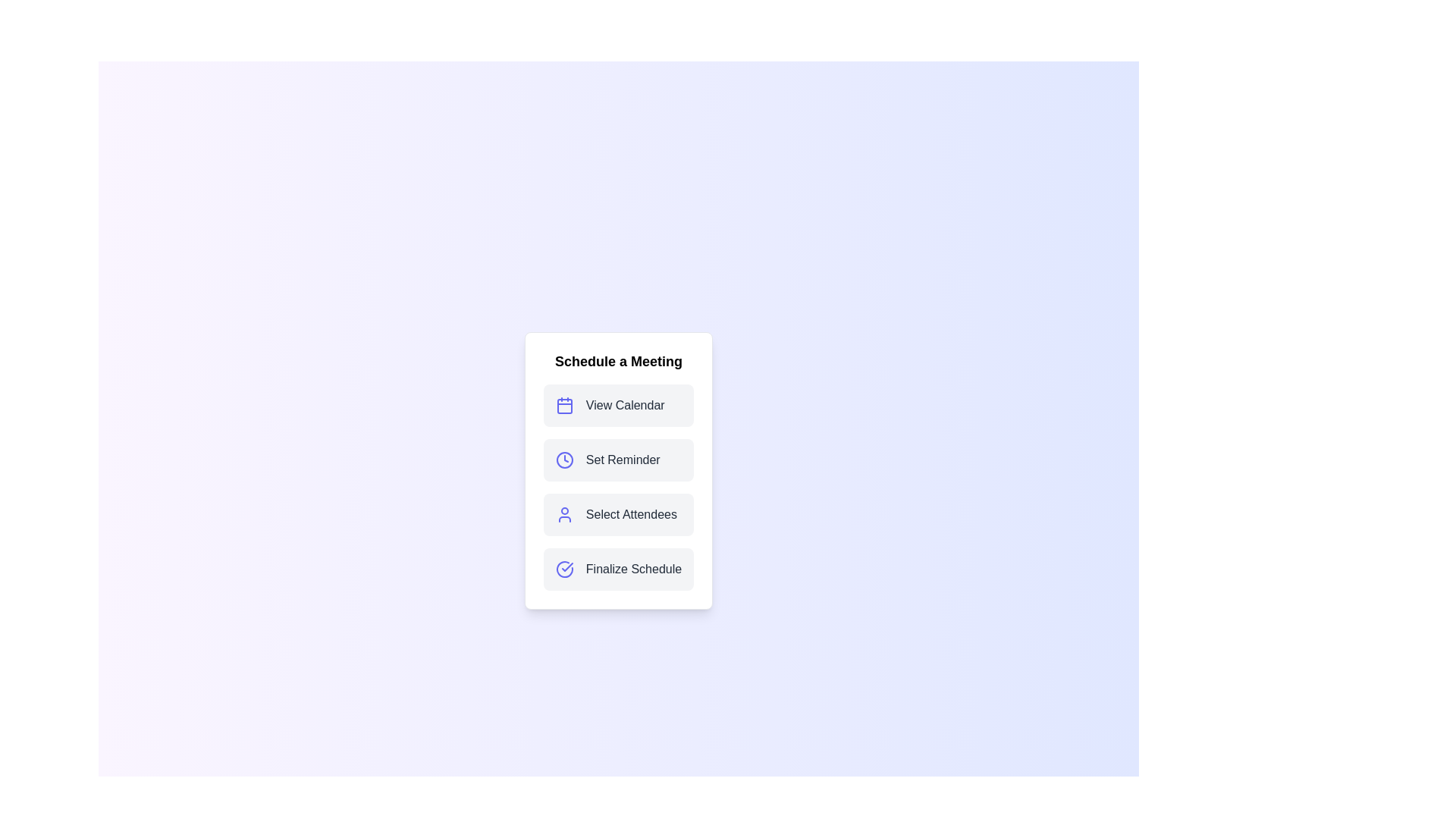 The height and width of the screenshot is (819, 1456). I want to click on the menu option labeled View Calendar, so click(619, 405).